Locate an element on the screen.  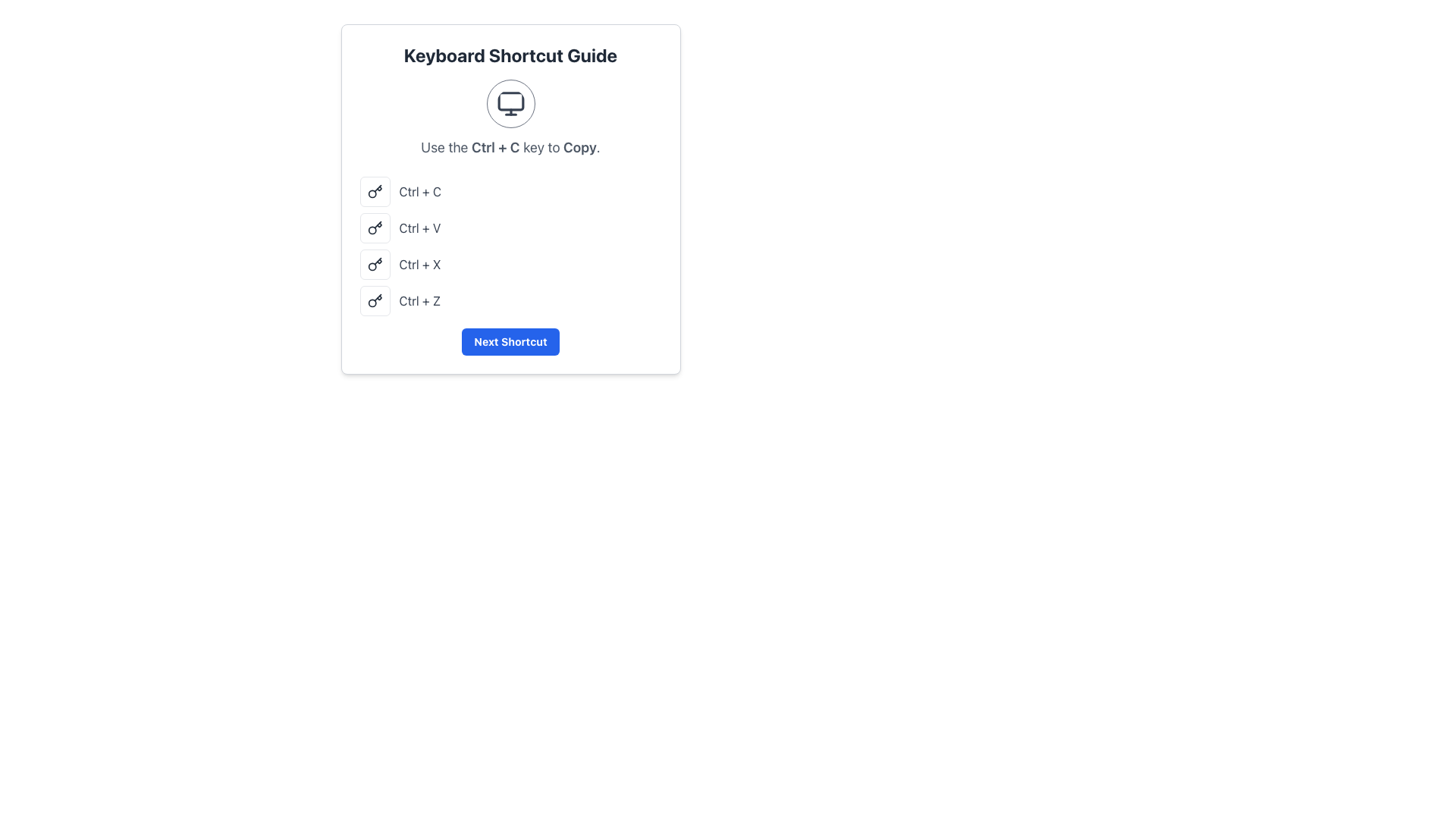
text snippet displaying 'Ctrl + C' in bold font located centrally at the top of the interface, immediately before the bold text 'Copy' is located at coordinates (495, 147).